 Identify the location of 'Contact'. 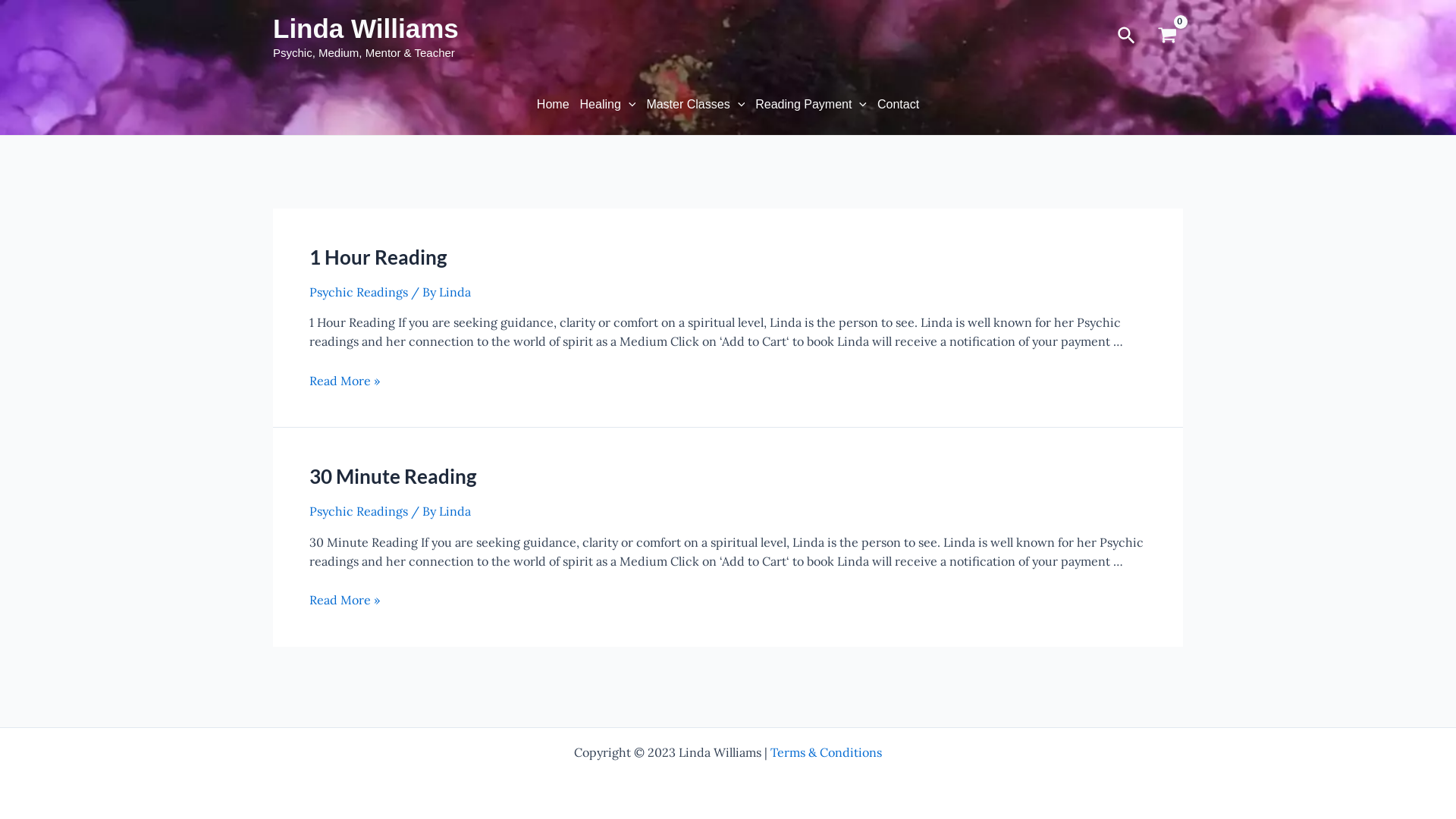
(898, 104).